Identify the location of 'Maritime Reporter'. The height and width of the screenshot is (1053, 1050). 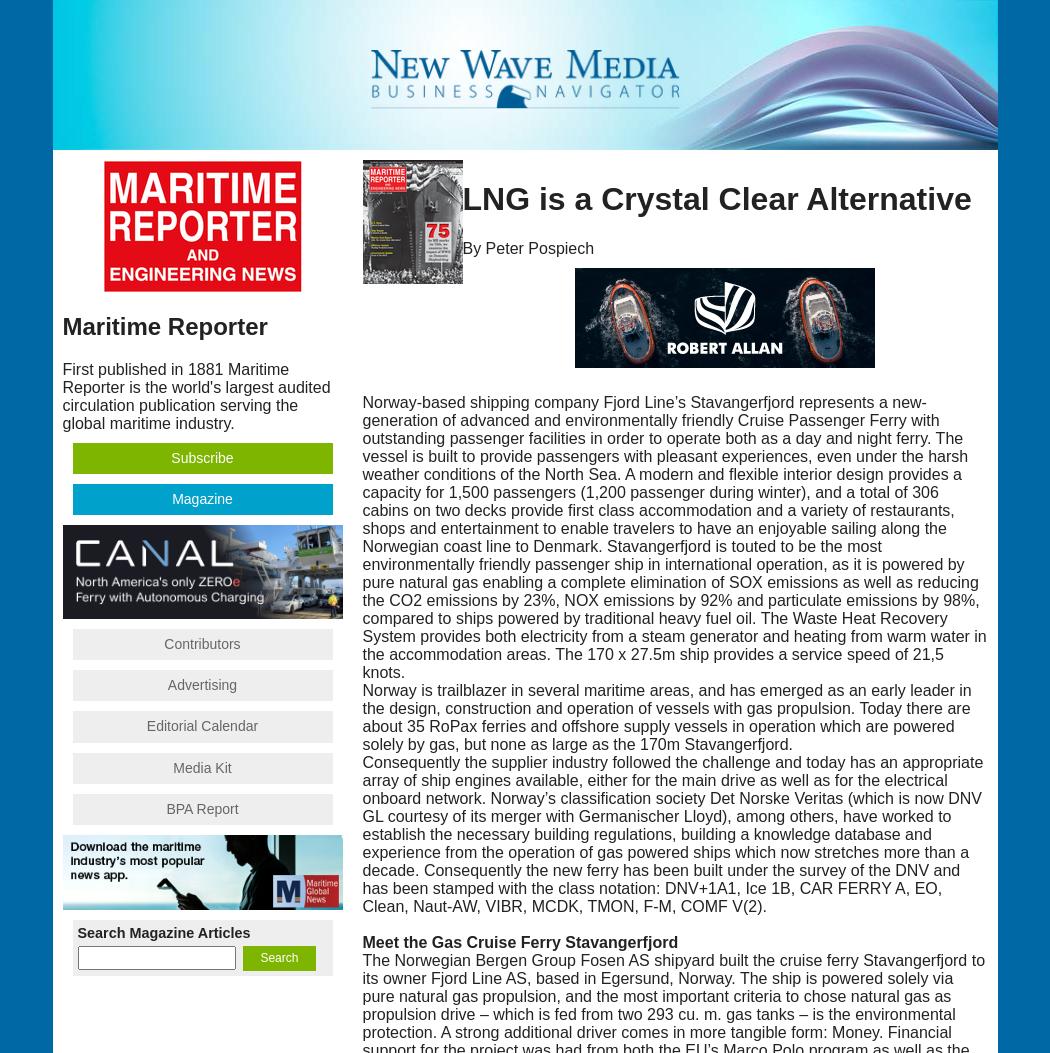
(164, 325).